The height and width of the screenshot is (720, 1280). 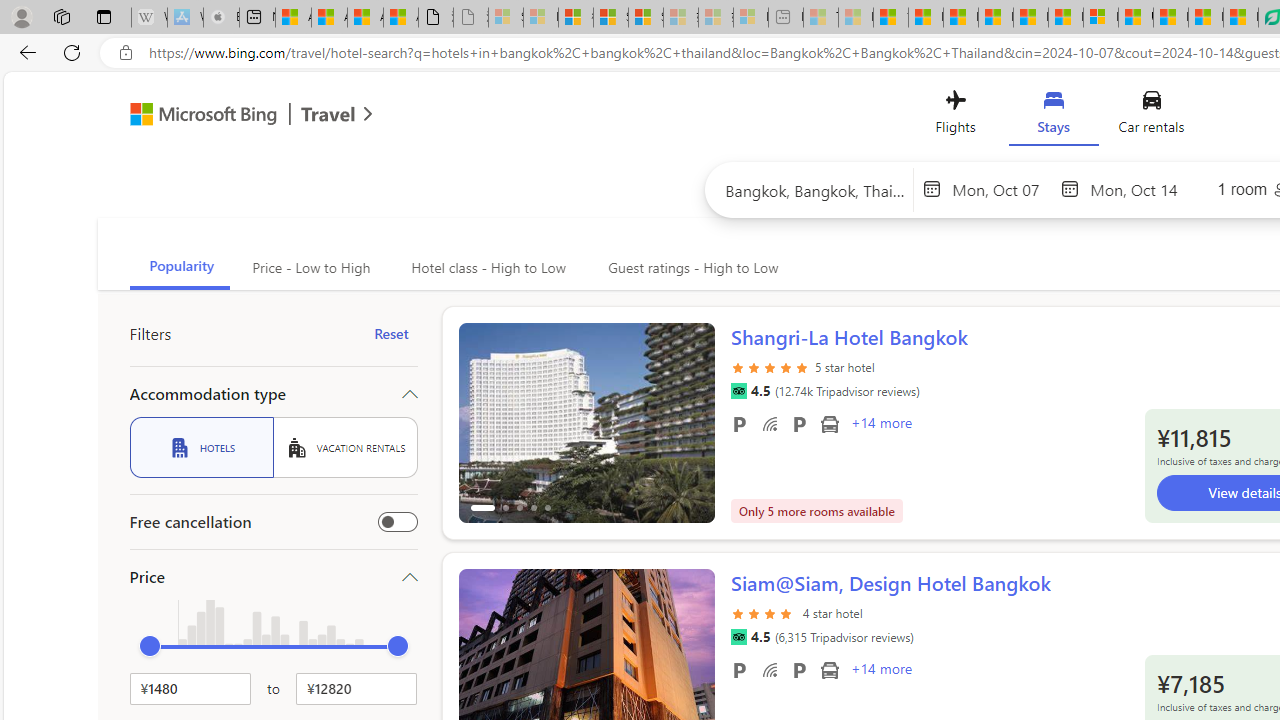 What do you see at coordinates (690, 267) in the screenshot?
I see `'Guest ratings - High to Low'` at bounding box center [690, 267].